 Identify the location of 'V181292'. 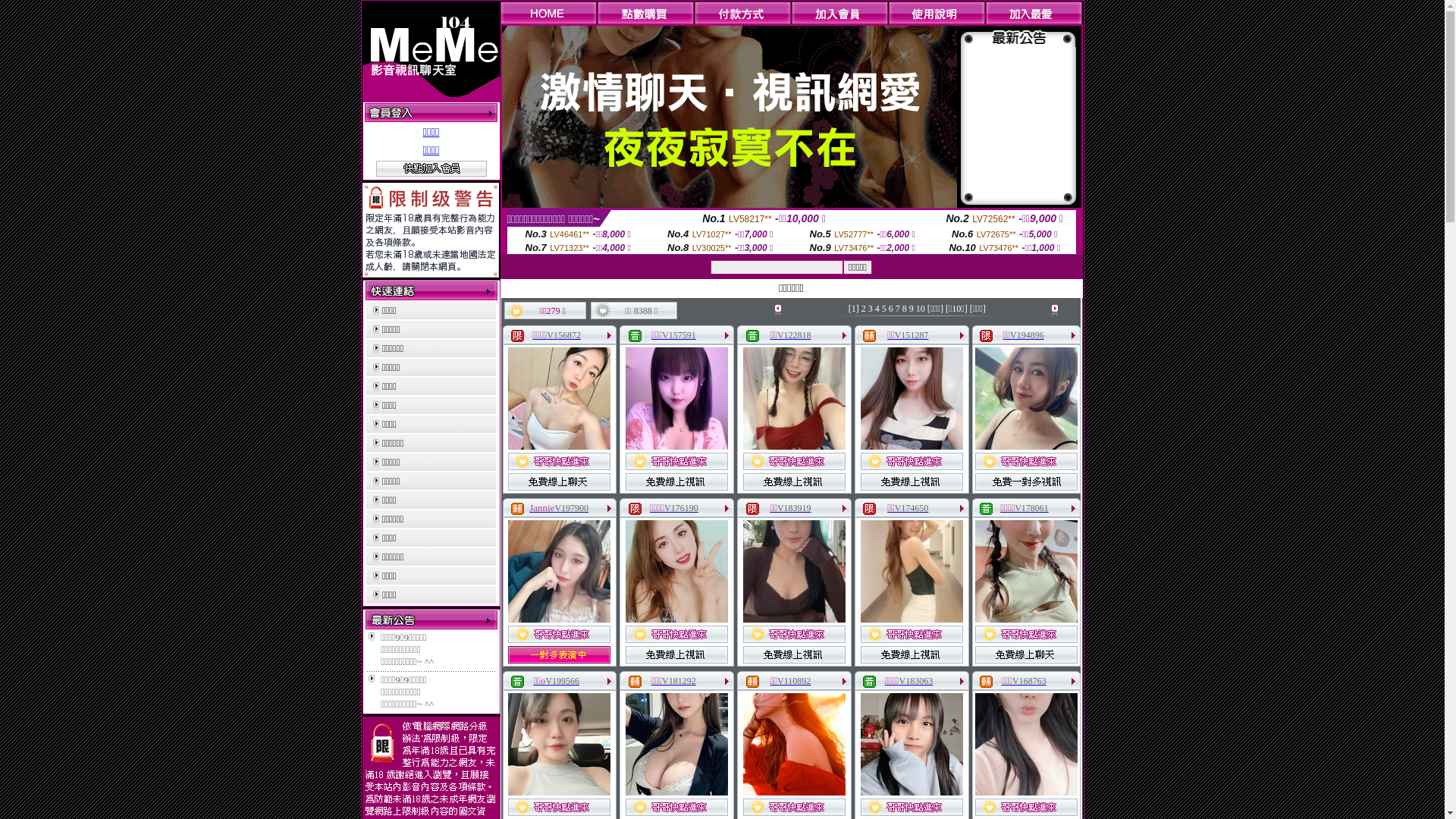
(678, 680).